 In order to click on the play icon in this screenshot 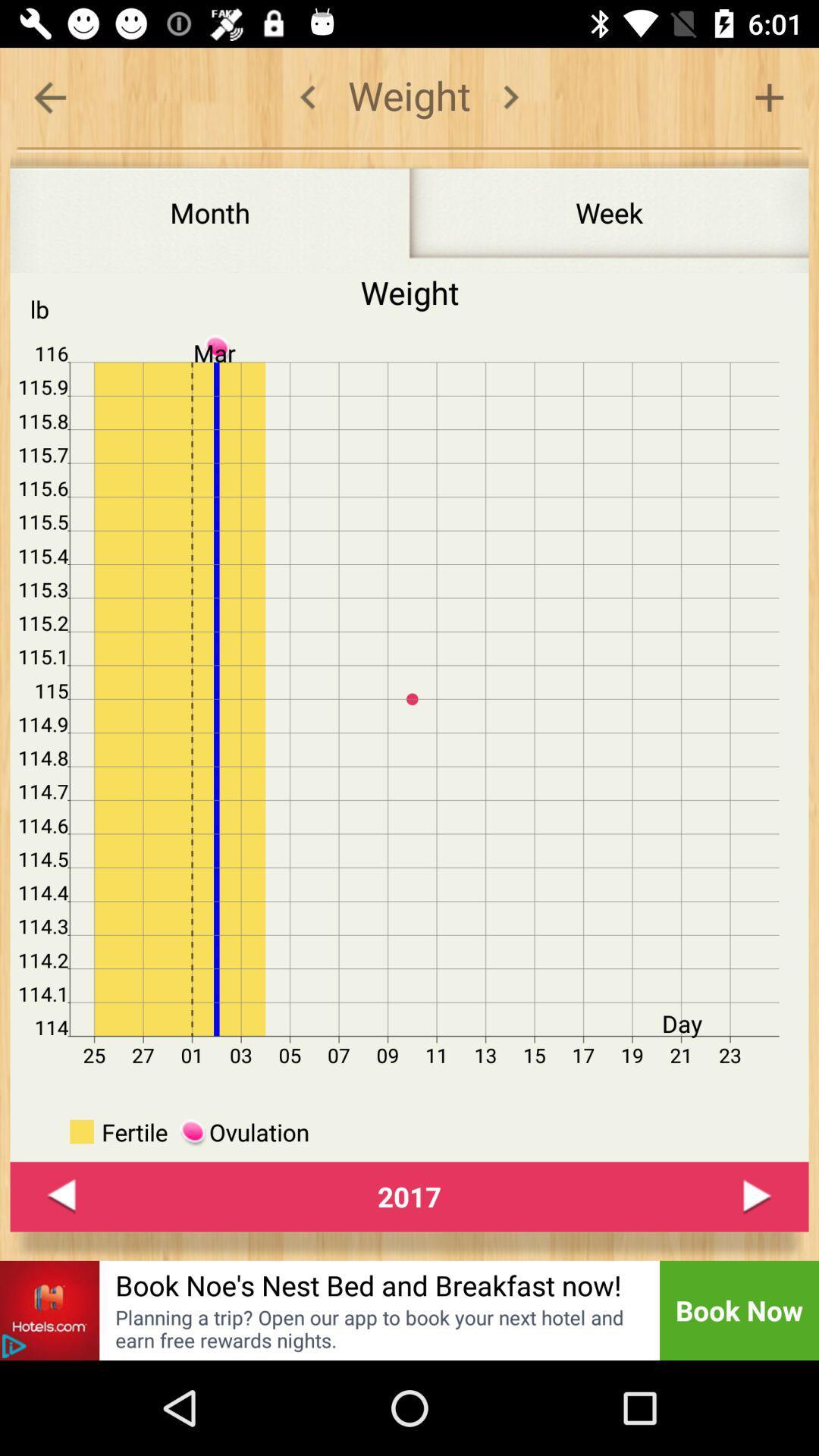, I will do `click(14, 1346)`.